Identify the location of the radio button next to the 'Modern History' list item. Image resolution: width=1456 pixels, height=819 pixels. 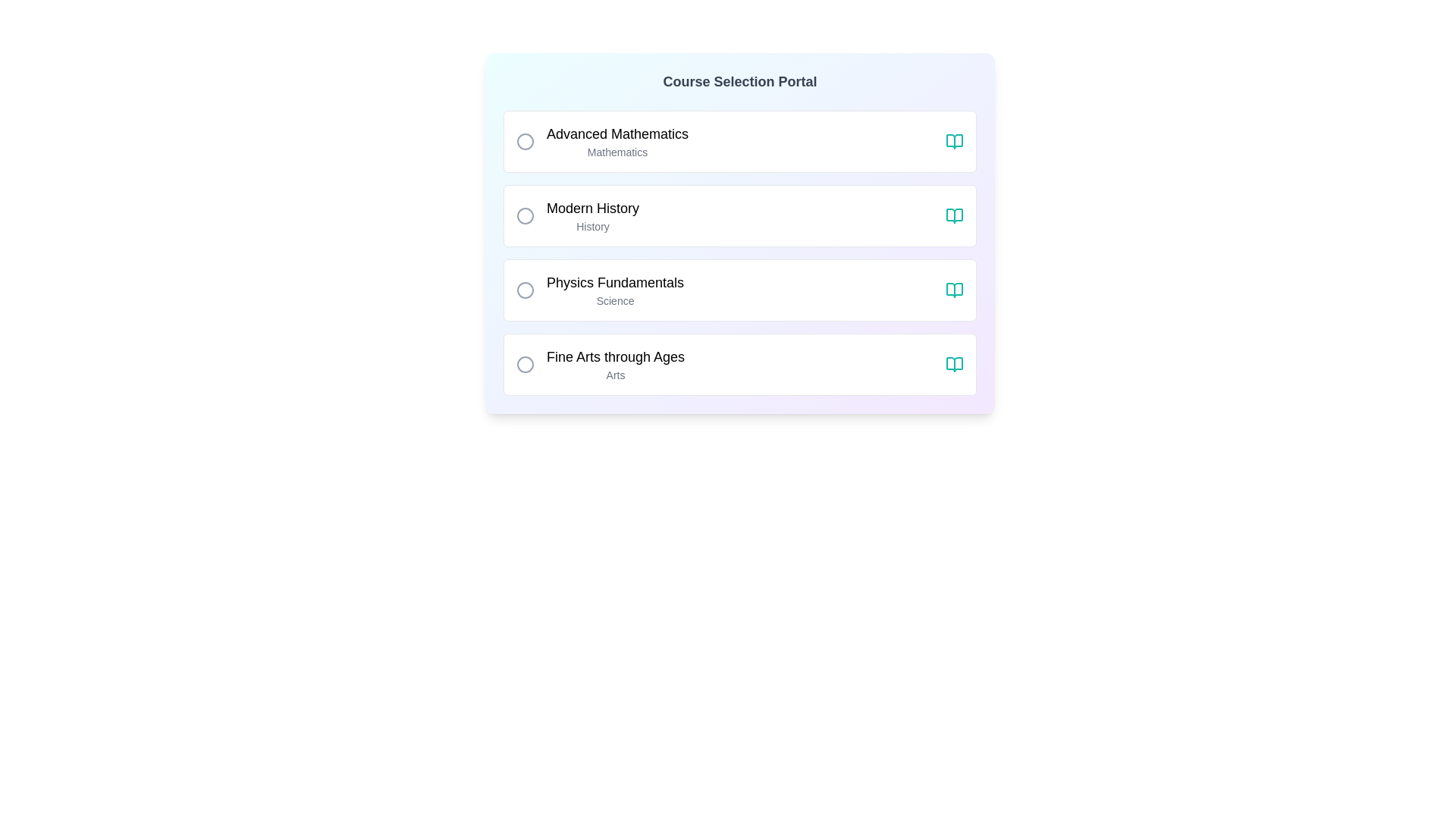
(577, 216).